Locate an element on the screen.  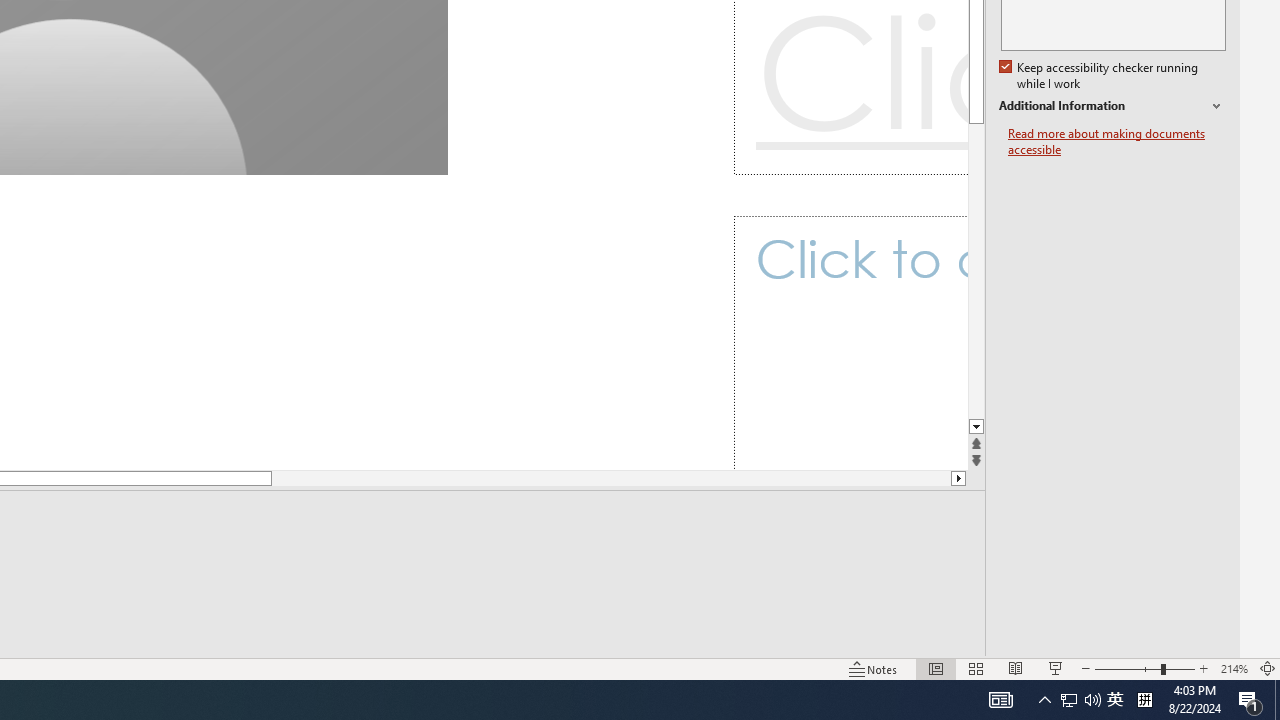
'Read more about making documents accessible' is located at coordinates (1116, 141).